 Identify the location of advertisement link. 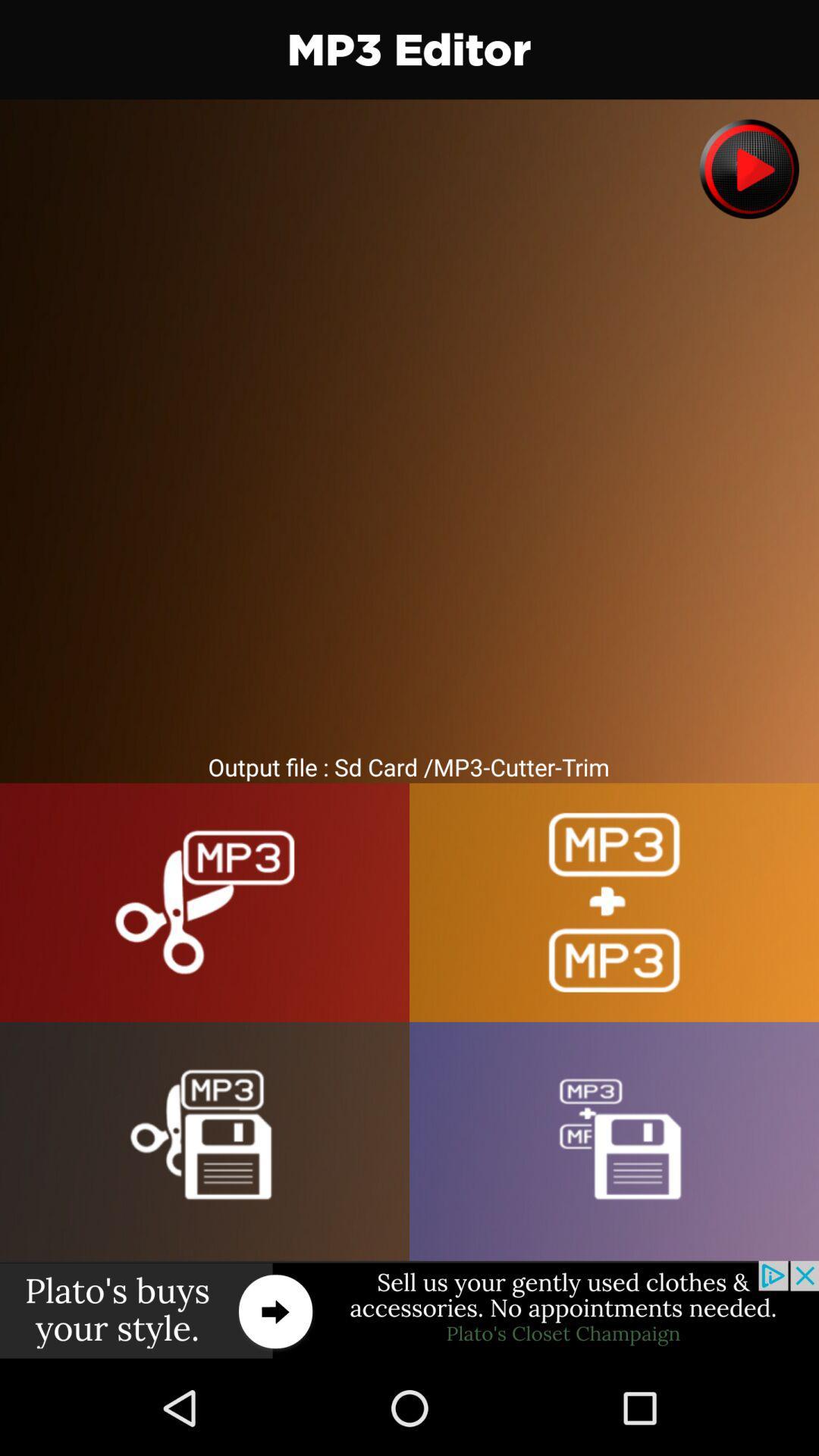
(409, 1310).